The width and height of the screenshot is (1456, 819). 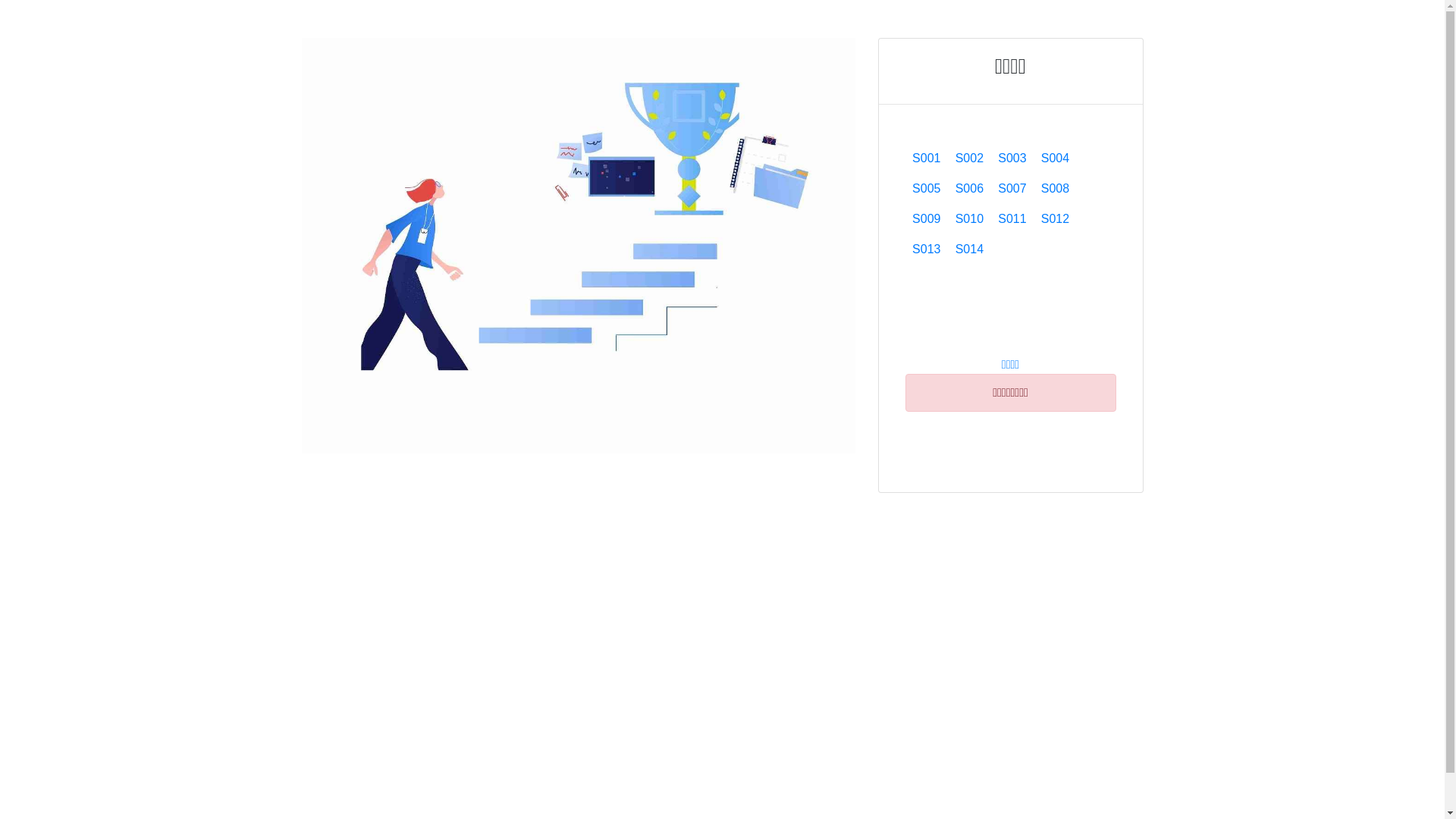 I want to click on 'S002', so click(x=968, y=158).